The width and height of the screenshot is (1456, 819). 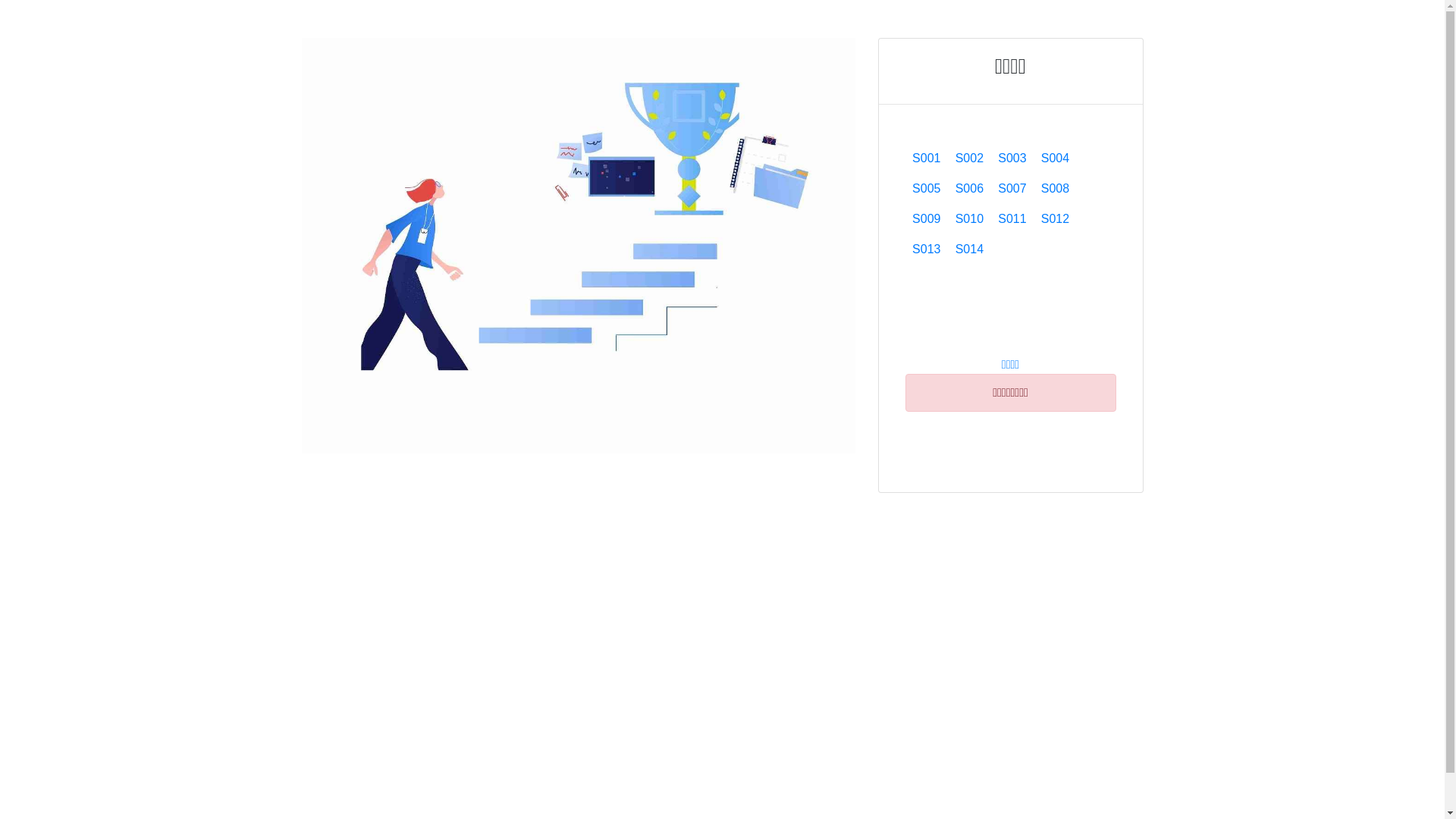 I want to click on 'S002', so click(x=968, y=158).